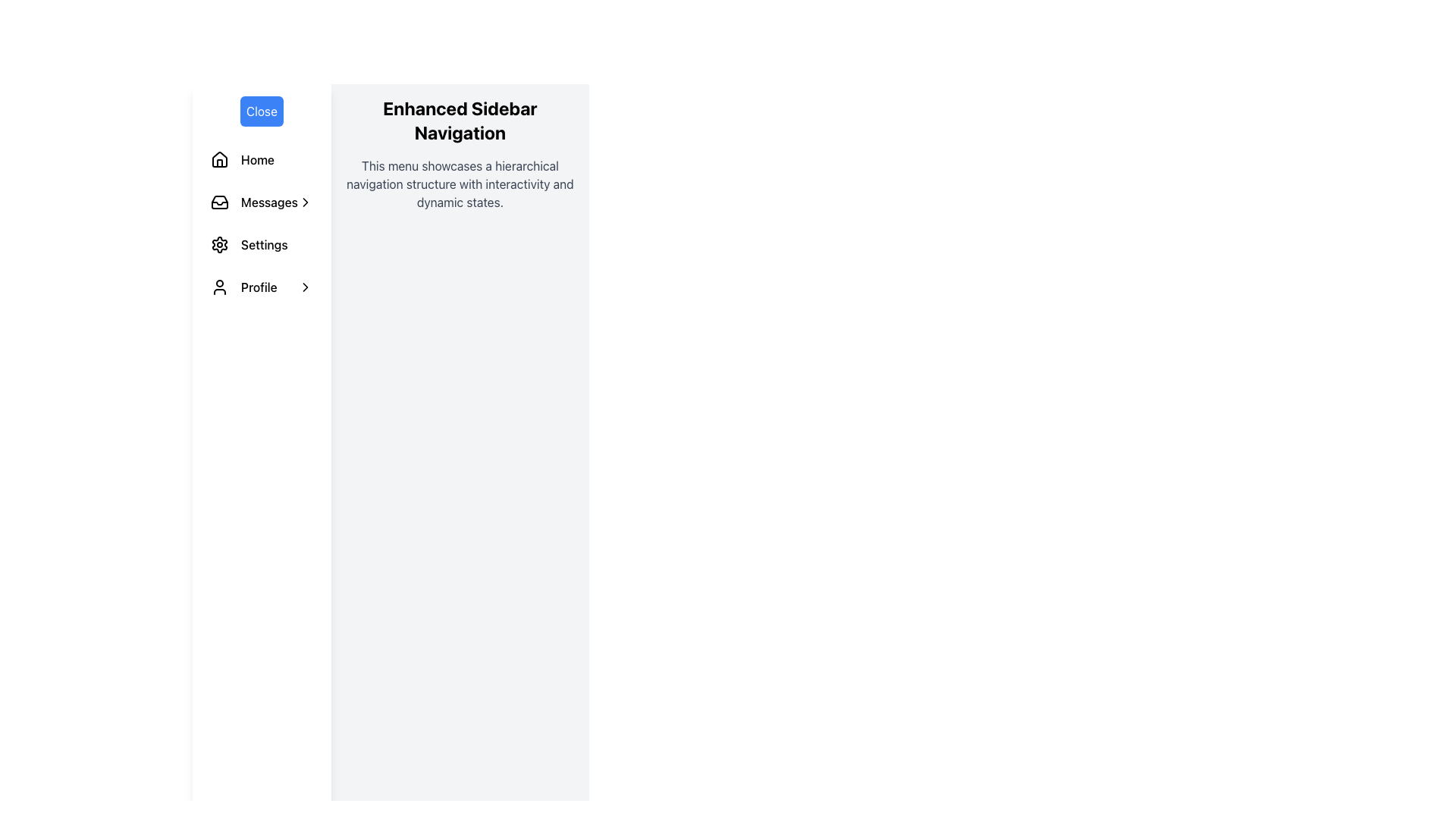 This screenshot has height=819, width=1456. Describe the element at coordinates (262, 201) in the screenshot. I see `the Messages button located in the sidebar, which is the second item in the vertical list of navigational items after 'Home'` at that location.